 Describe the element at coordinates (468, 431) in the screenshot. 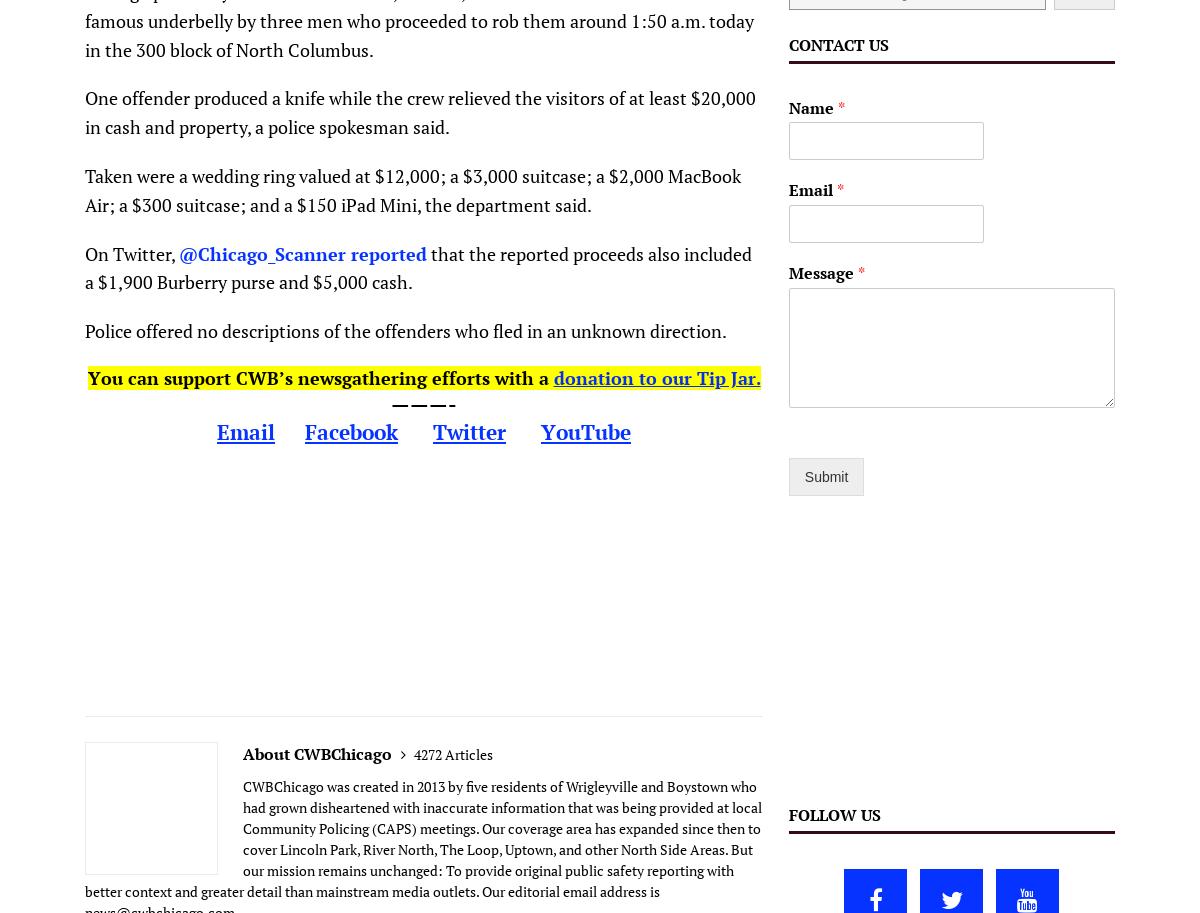

I see `'Twitter'` at that location.